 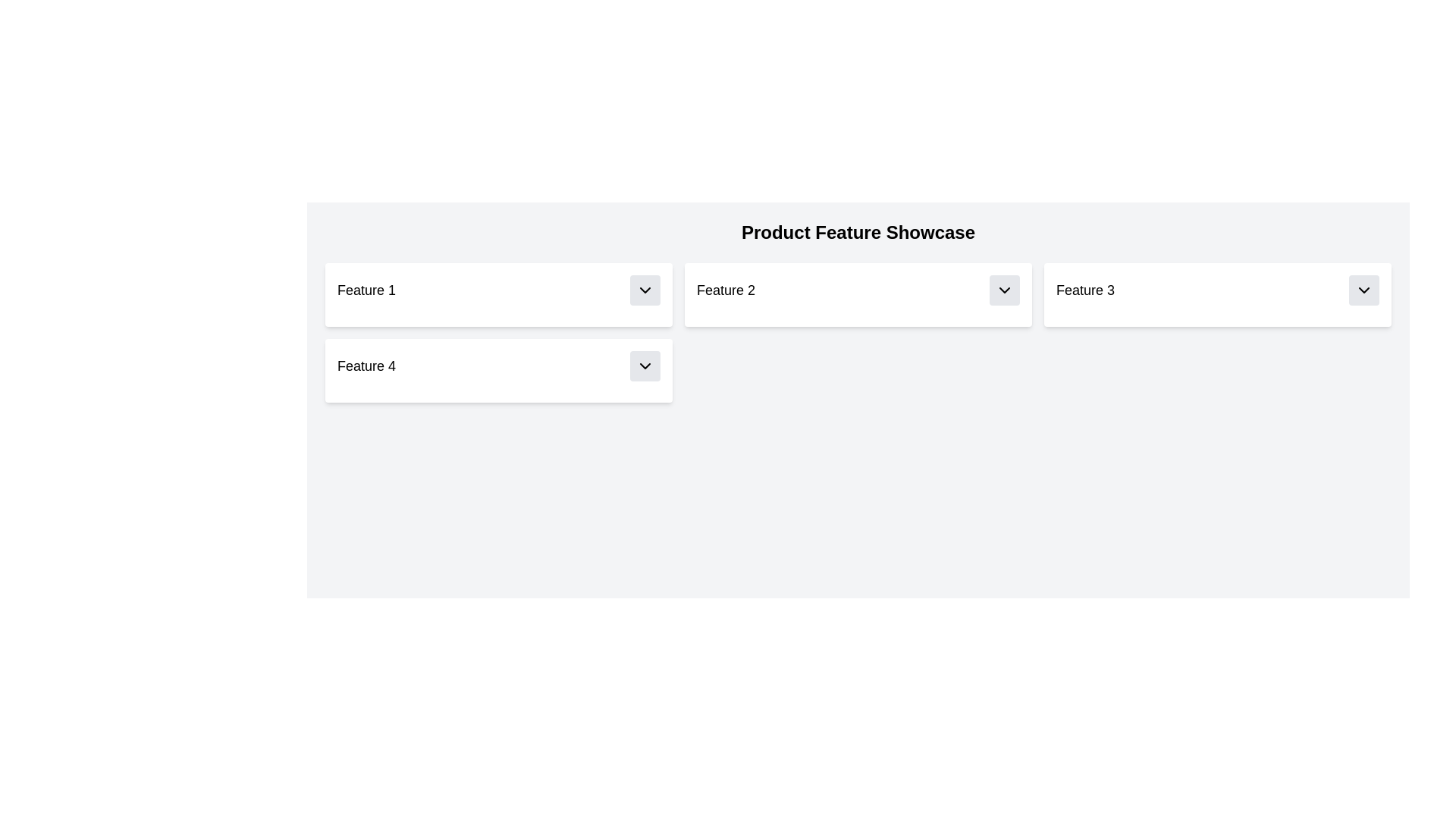 What do you see at coordinates (366, 290) in the screenshot?
I see `the text label 'Feature 1', which is bolded and aligned to the left in the top row of the layout` at bounding box center [366, 290].